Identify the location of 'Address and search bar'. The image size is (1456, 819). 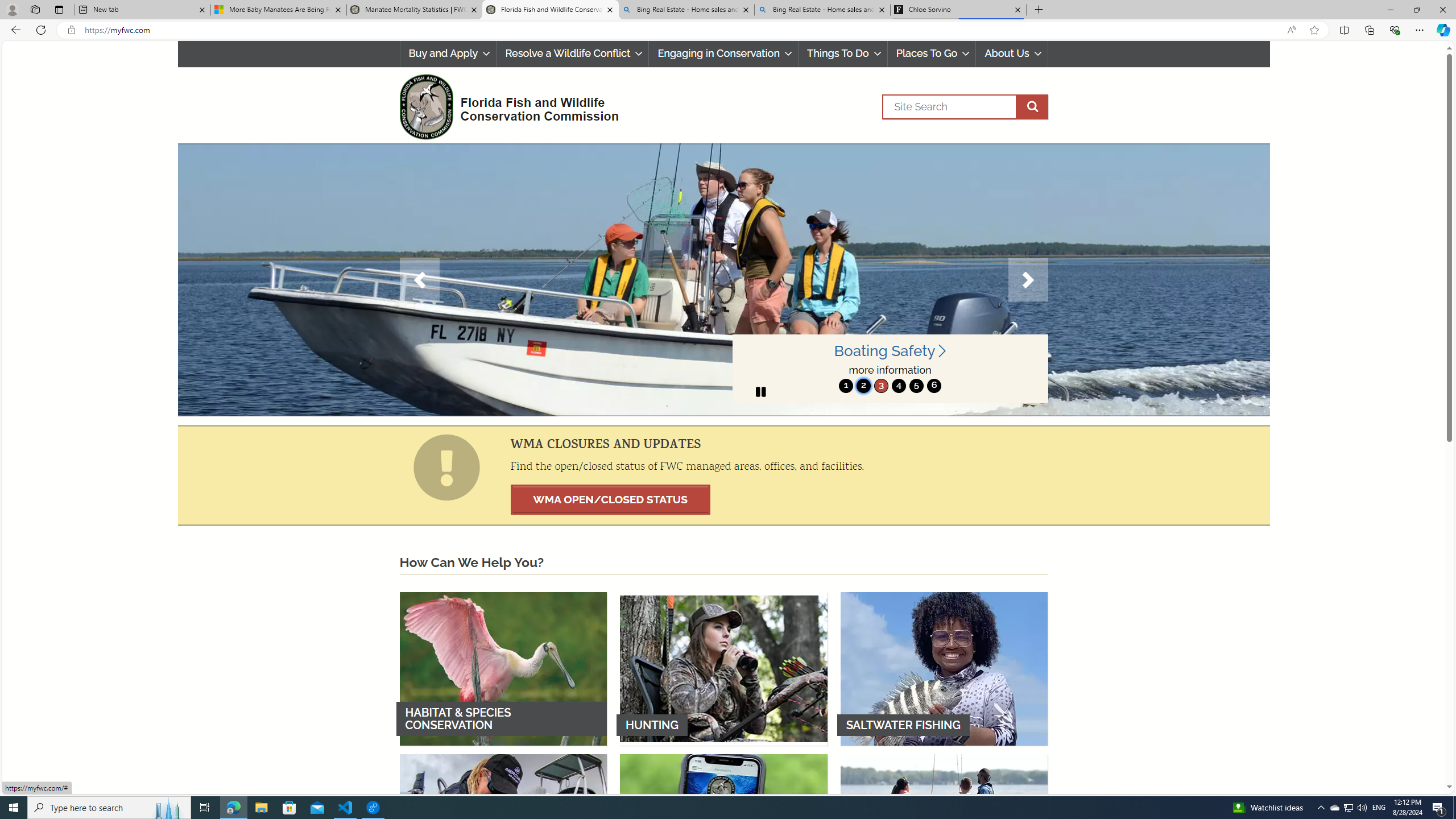
(681, 30).